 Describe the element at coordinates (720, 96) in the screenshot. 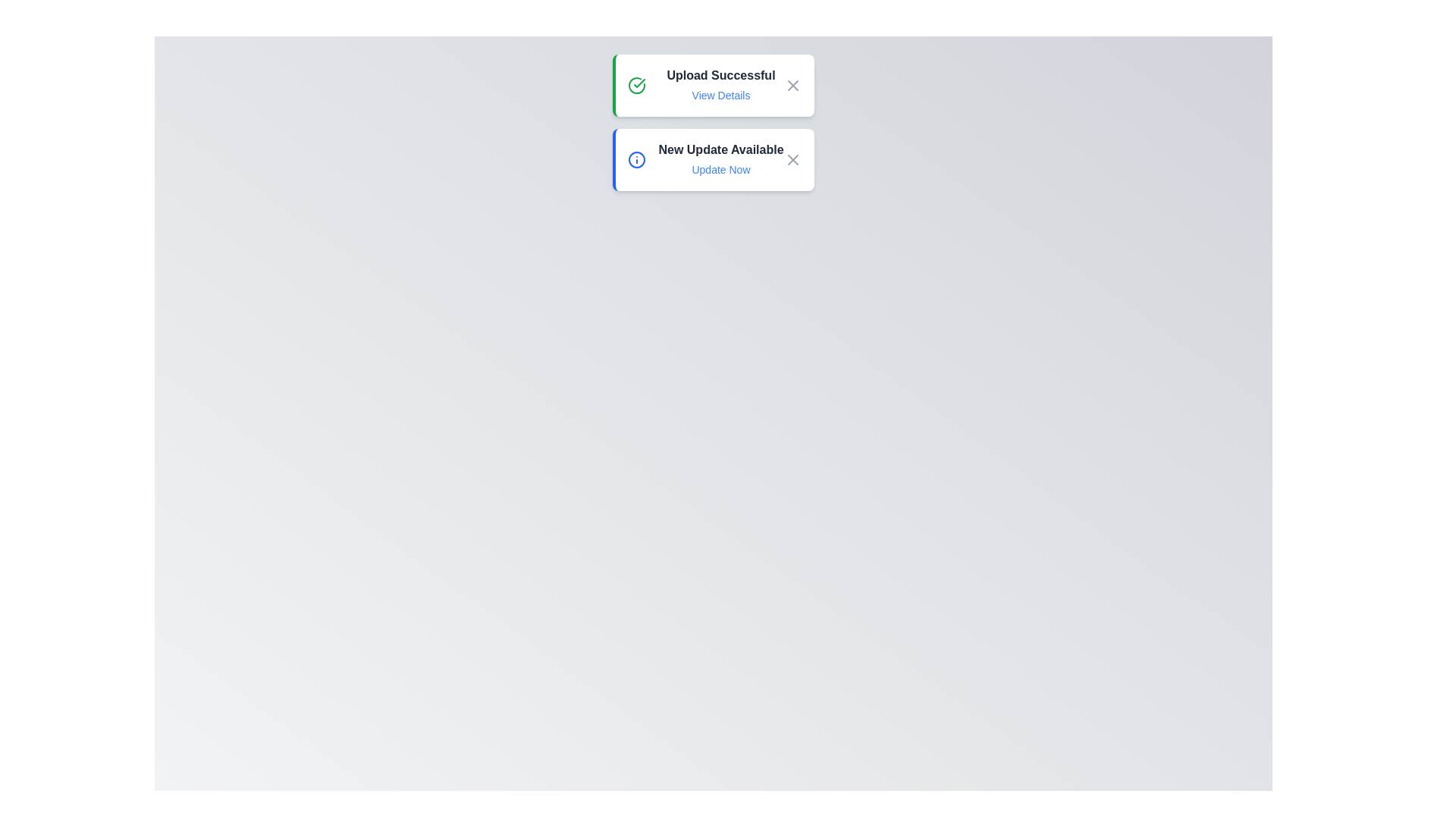

I see `the View Details button to perform the associated action` at that location.